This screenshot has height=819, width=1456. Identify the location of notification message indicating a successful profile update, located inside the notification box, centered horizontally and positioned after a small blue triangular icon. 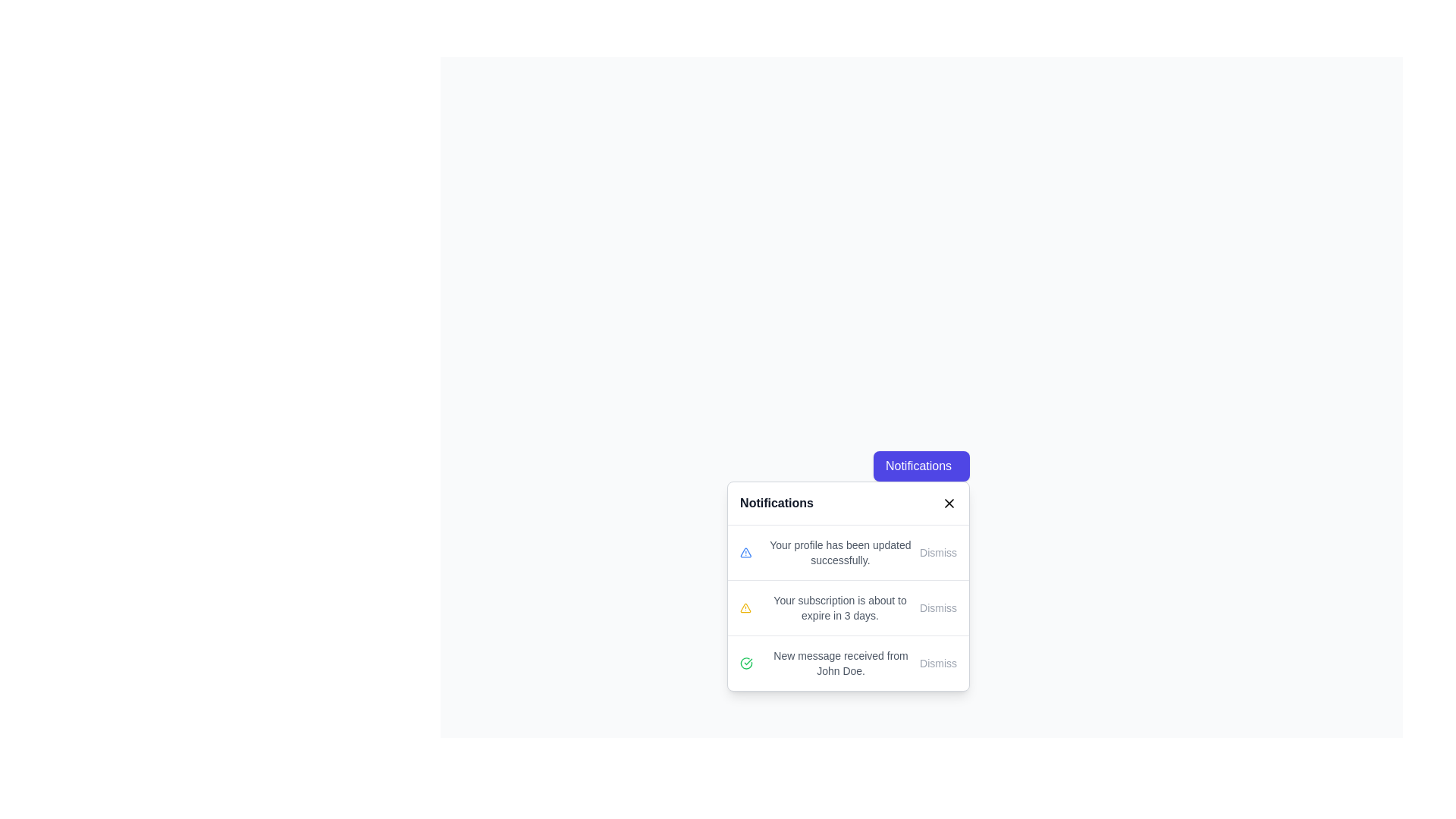
(839, 553).